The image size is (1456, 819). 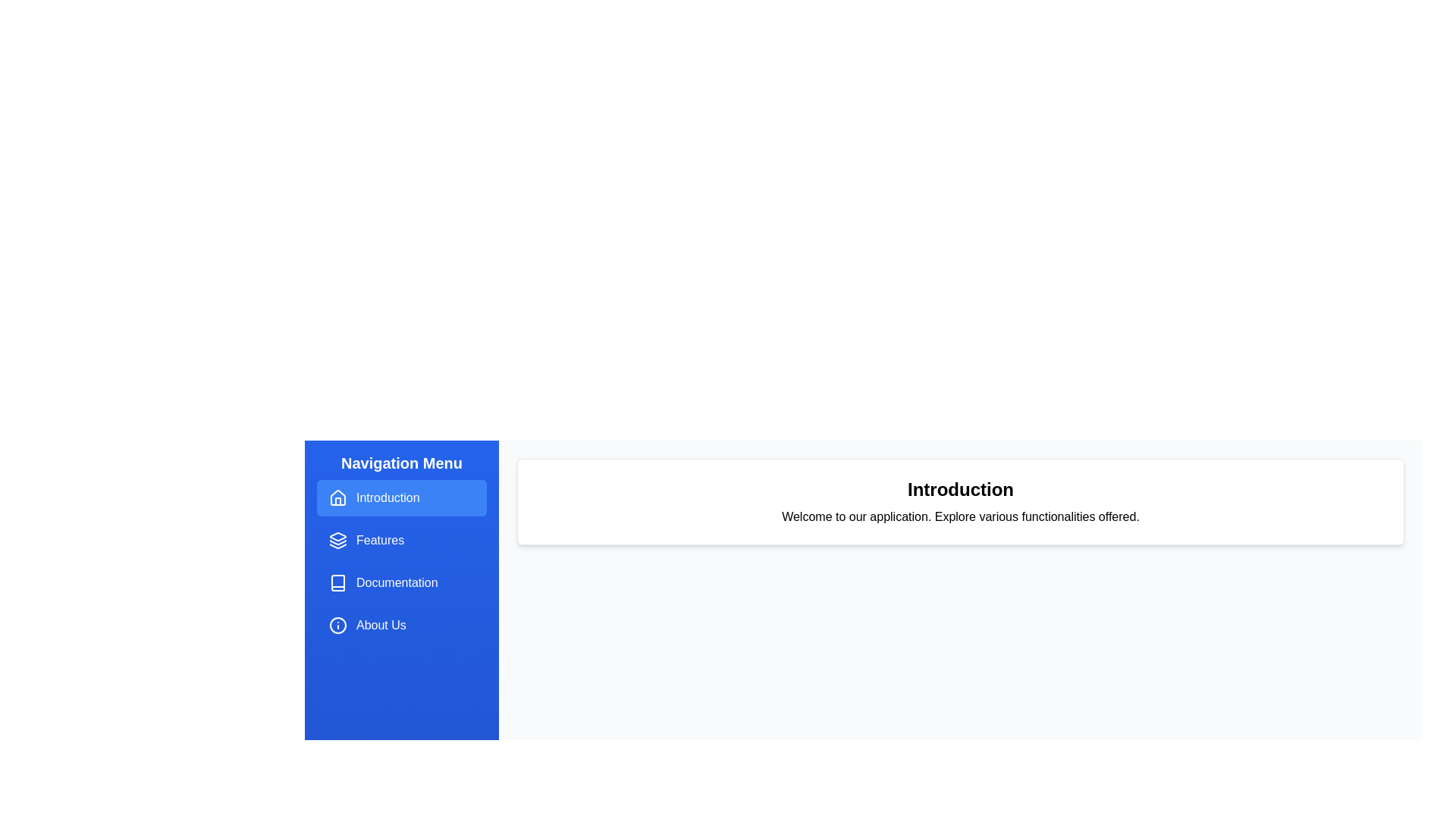 I want to click on the graphical representation of the circular 'info' icon with a blue background and white outline located in the 'About Us' section of the navigation menu, so click(x=337, y=626).